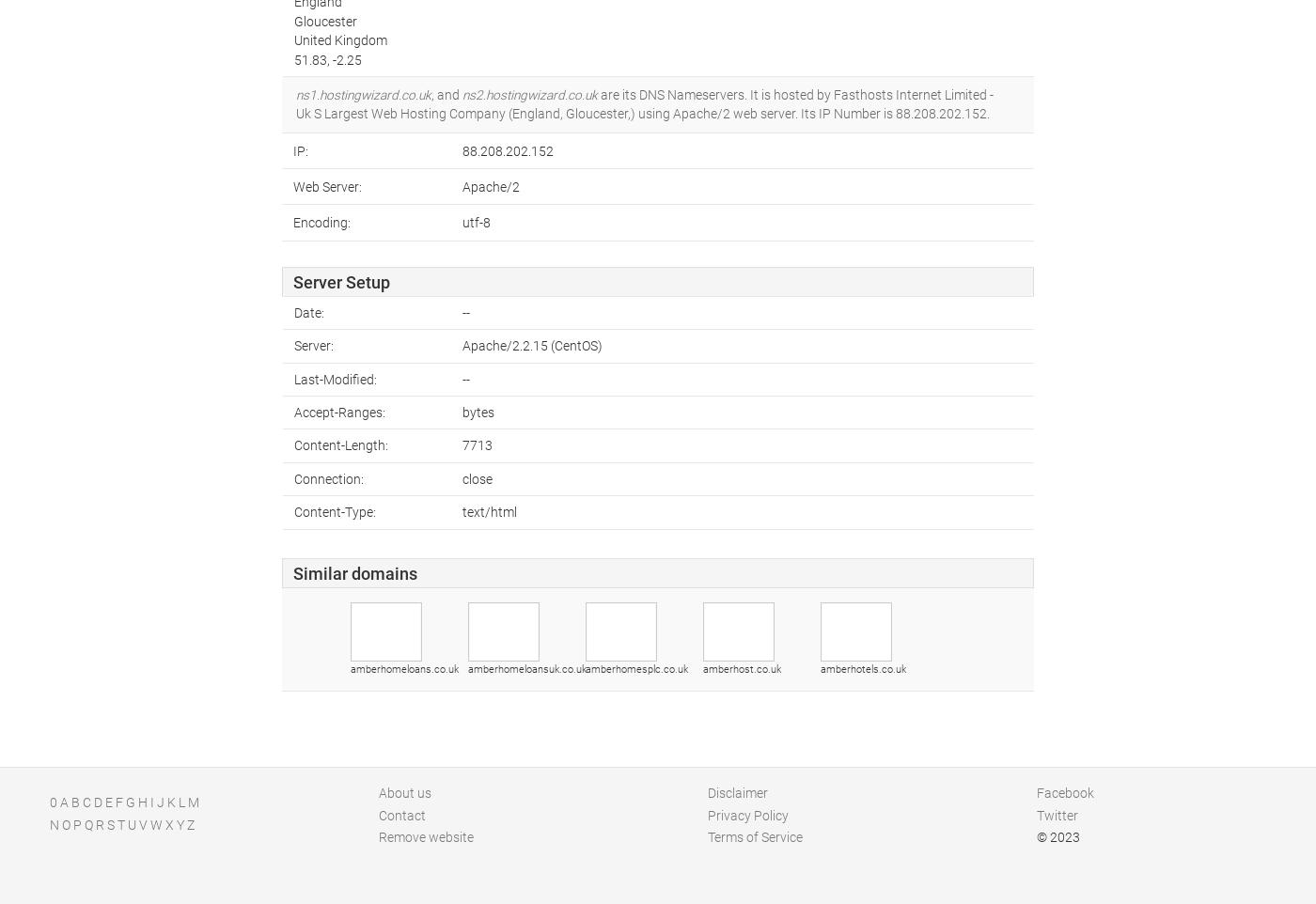  I want to click on 'Privacy Policy', so click(748, 813).